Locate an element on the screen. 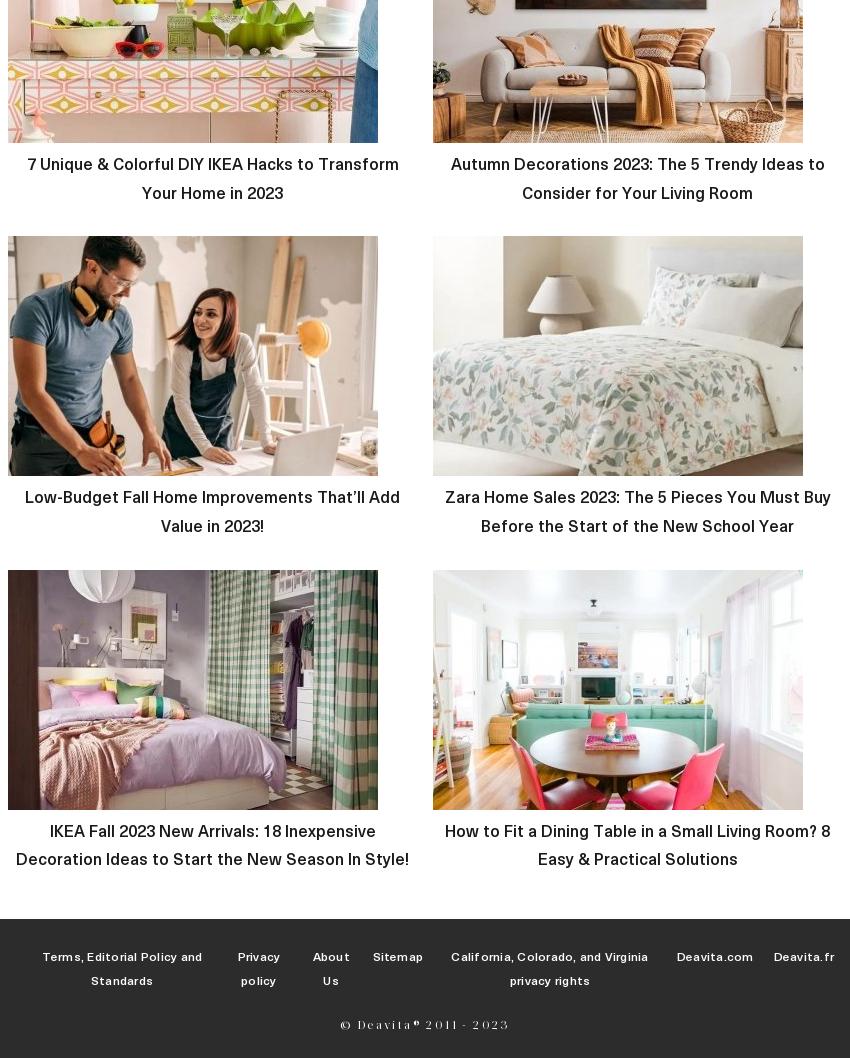  'Zara Home Sales 2023: The 5 Pieces You Must Buy Before the Start of the New School Year' is located at coordinates (635, 510).